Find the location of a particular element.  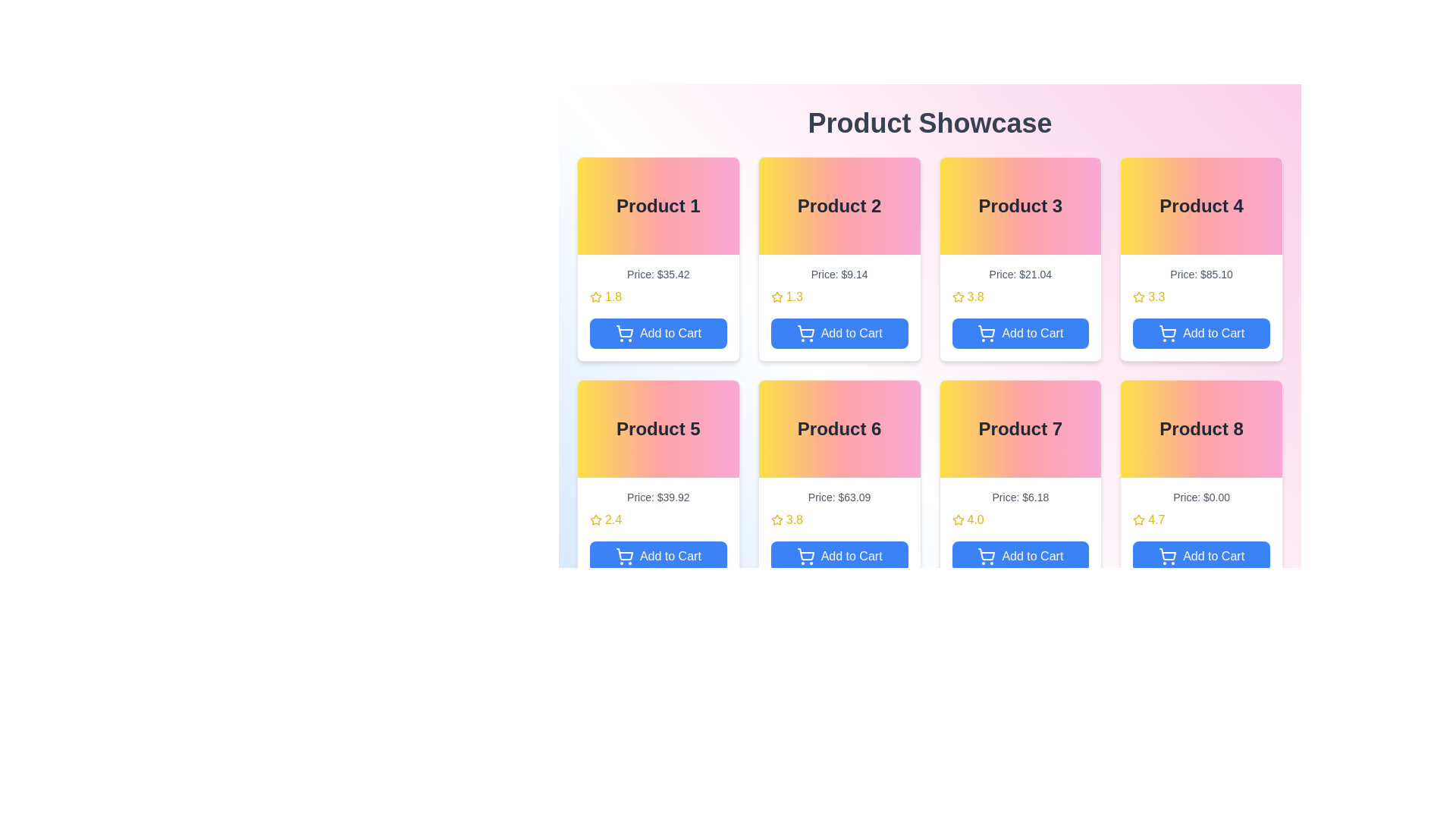

the text label displaying 'Product 6' is located at coordinates (839, 429).